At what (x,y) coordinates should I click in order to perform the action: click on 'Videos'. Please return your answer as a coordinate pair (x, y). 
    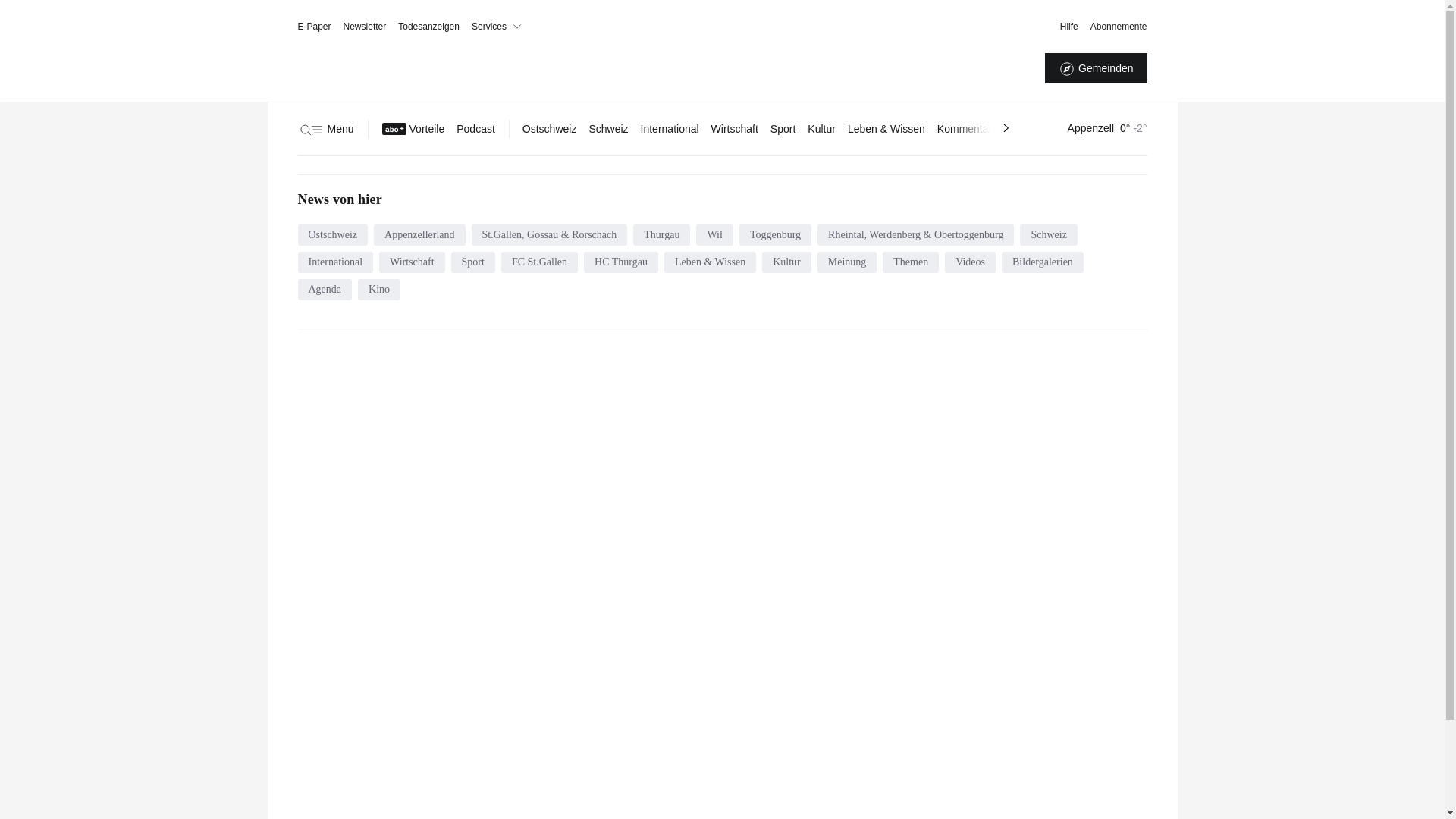
    Looking at the image, I should click on (969, 262).